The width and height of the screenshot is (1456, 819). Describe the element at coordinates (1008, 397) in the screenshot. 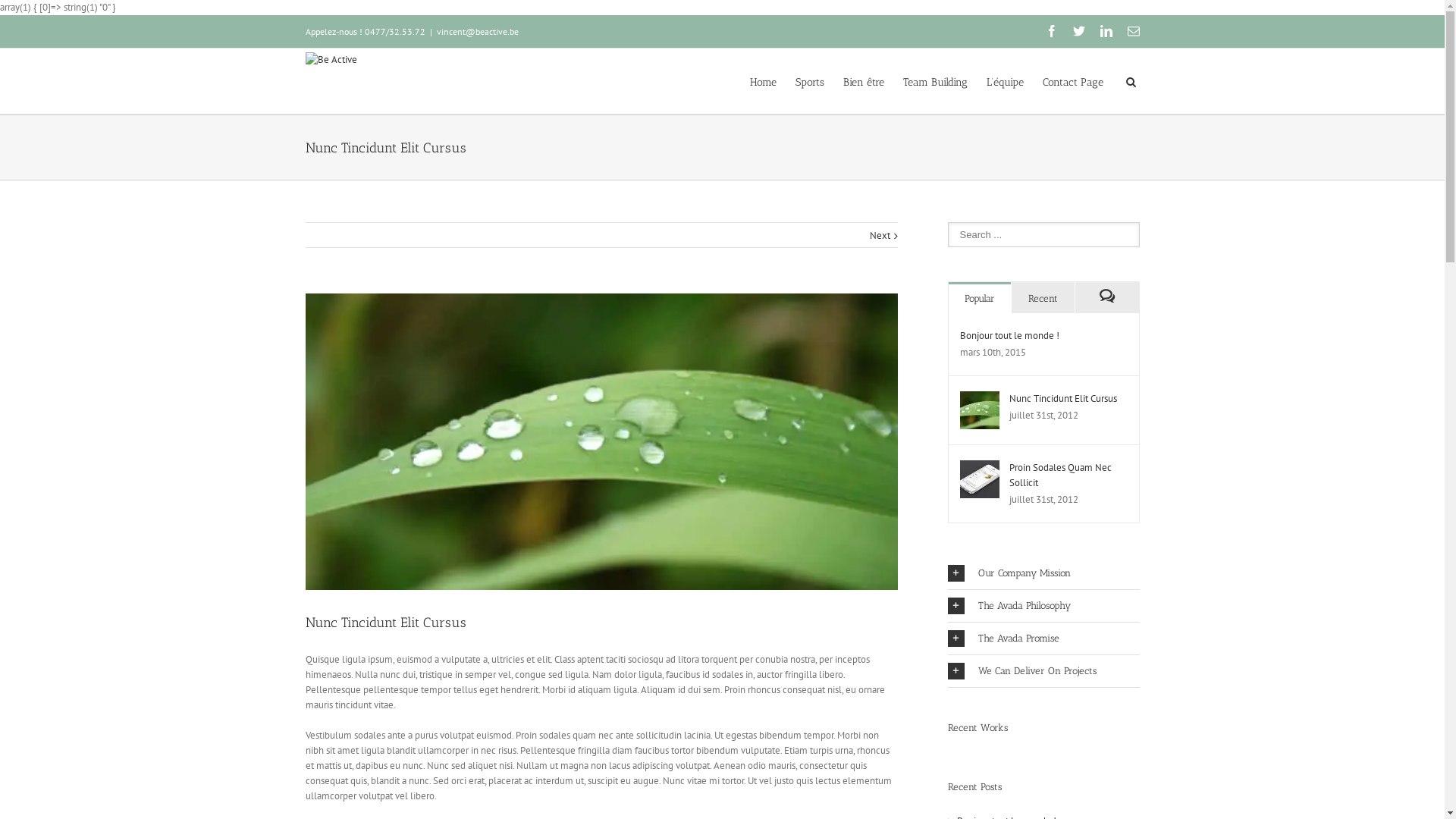

I see `'Nunc Tincidunt Elit Cursus'` at that location.